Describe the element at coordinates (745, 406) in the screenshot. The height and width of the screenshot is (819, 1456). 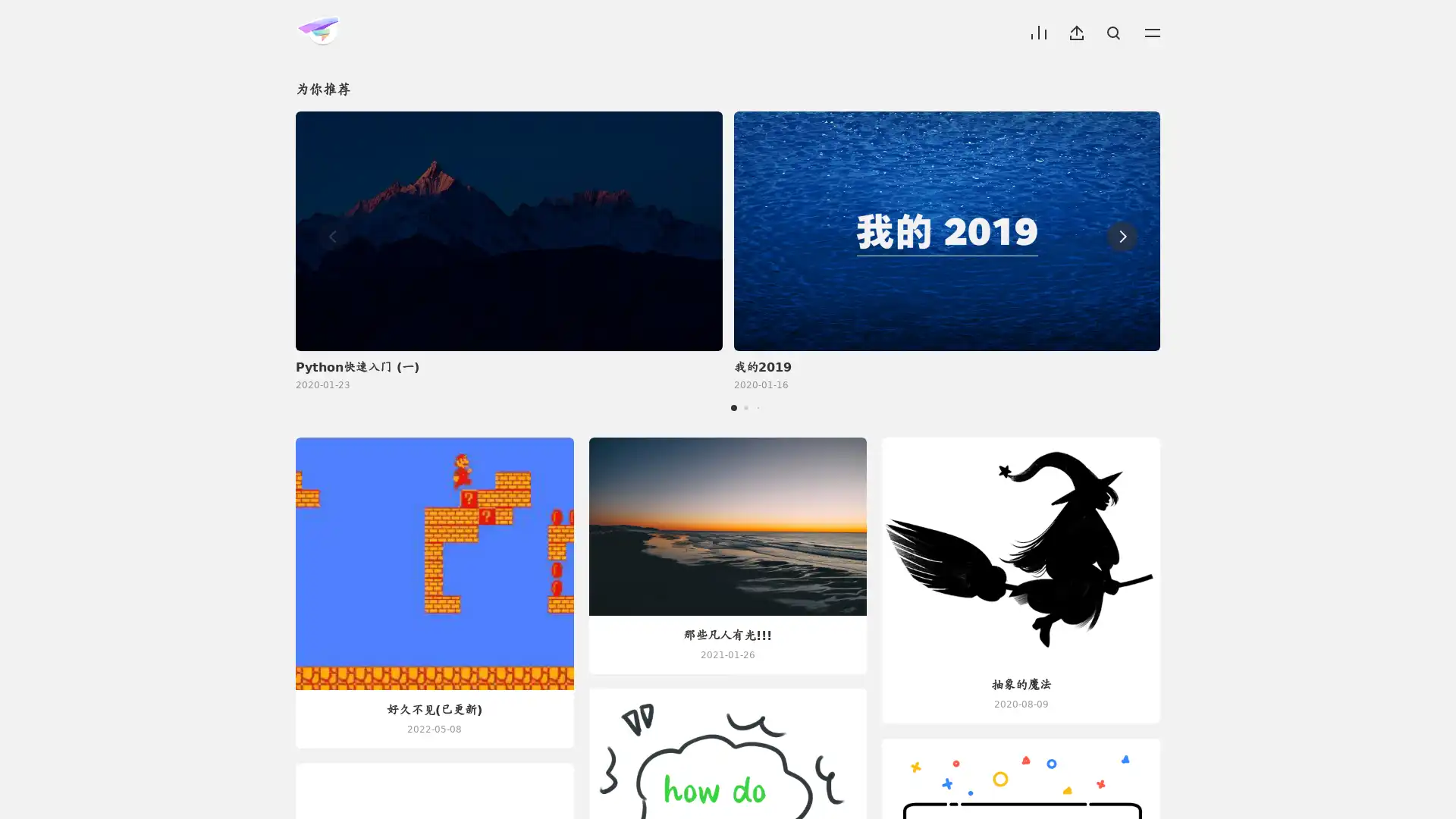
I see `Go to slide 2` at that location.